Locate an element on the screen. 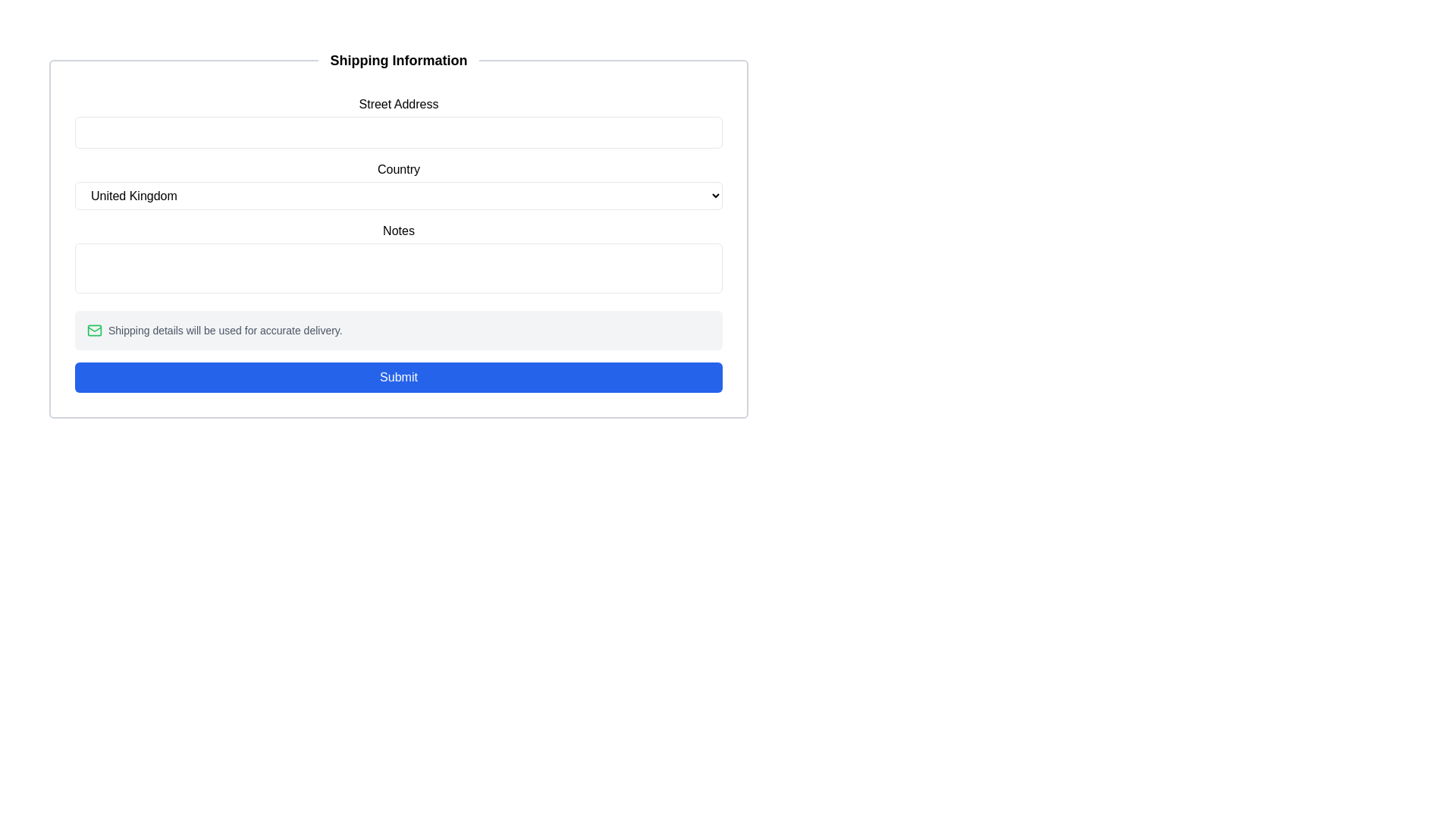  the mail icon styled with an outline in green color, located to the left of the text 'Shipping details will be used for accurate delivery.' is located at coordinates (93, 329).